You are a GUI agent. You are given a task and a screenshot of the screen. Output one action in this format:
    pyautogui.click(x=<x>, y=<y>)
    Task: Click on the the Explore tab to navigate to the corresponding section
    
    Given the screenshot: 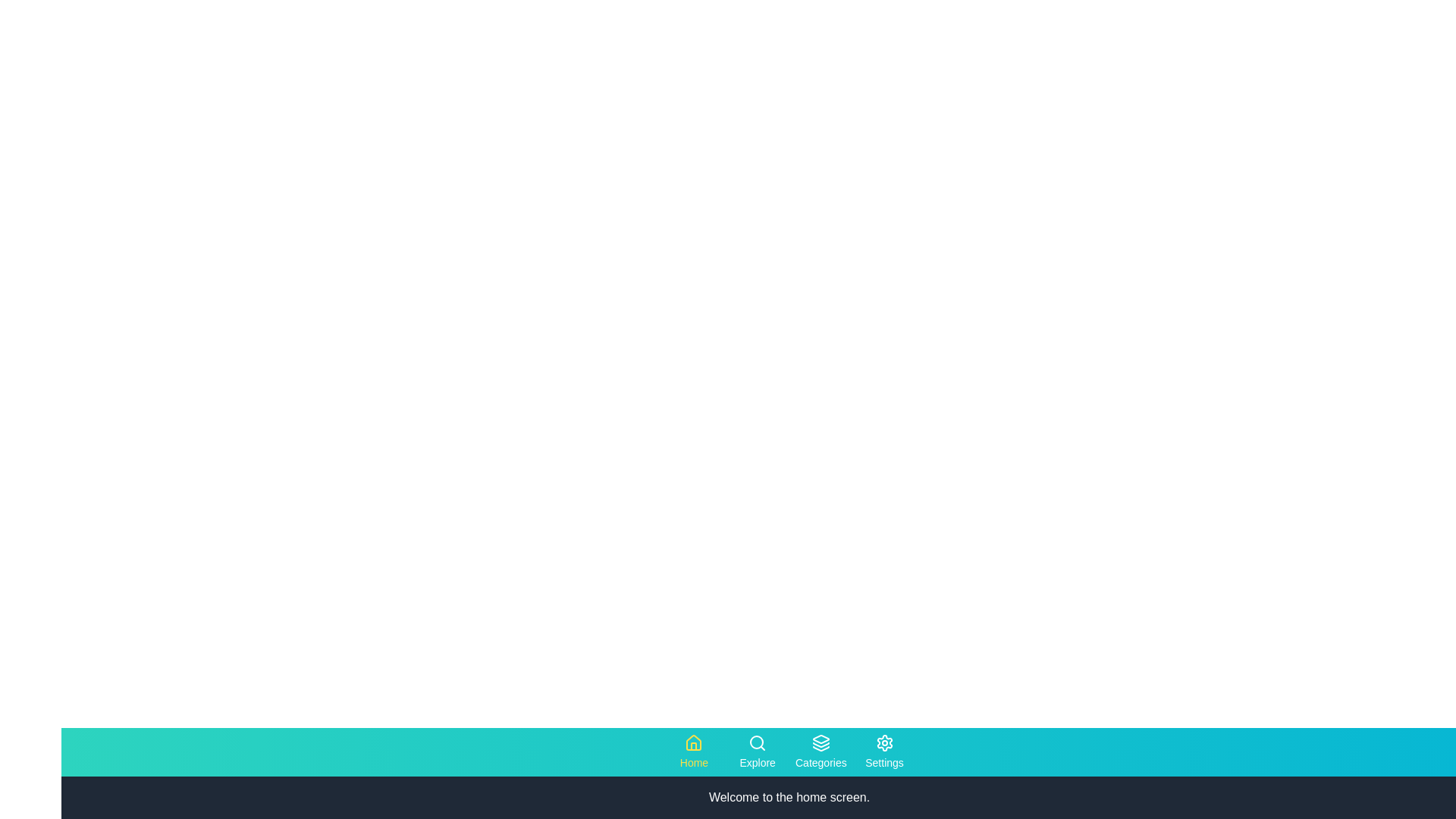 What is the action you would take?
    pyautogui.click(x=758, y=752)
    